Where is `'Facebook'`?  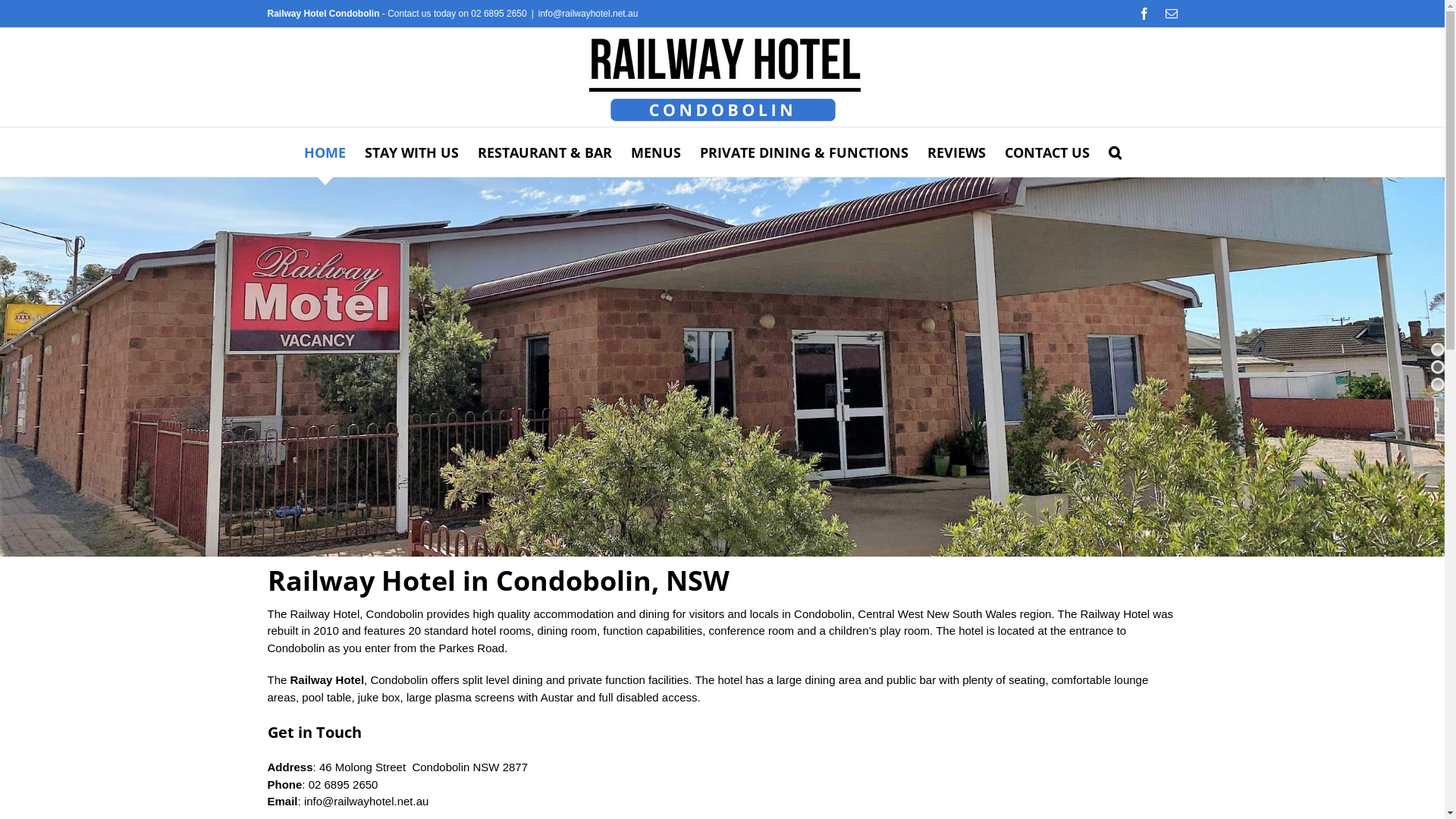
'Facebook' is located at coordinates (1137, 14).